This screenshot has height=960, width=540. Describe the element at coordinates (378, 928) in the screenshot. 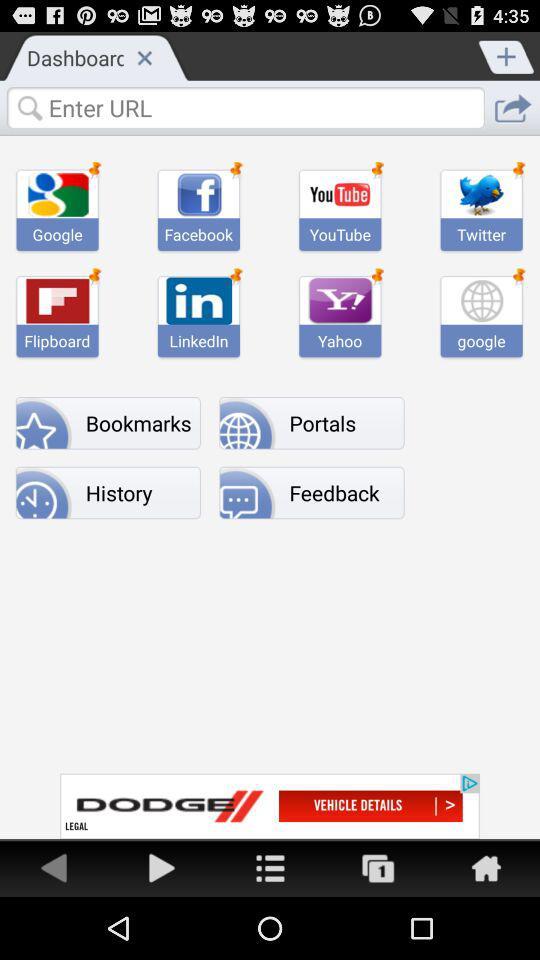

I see `the copy icon` at that location.